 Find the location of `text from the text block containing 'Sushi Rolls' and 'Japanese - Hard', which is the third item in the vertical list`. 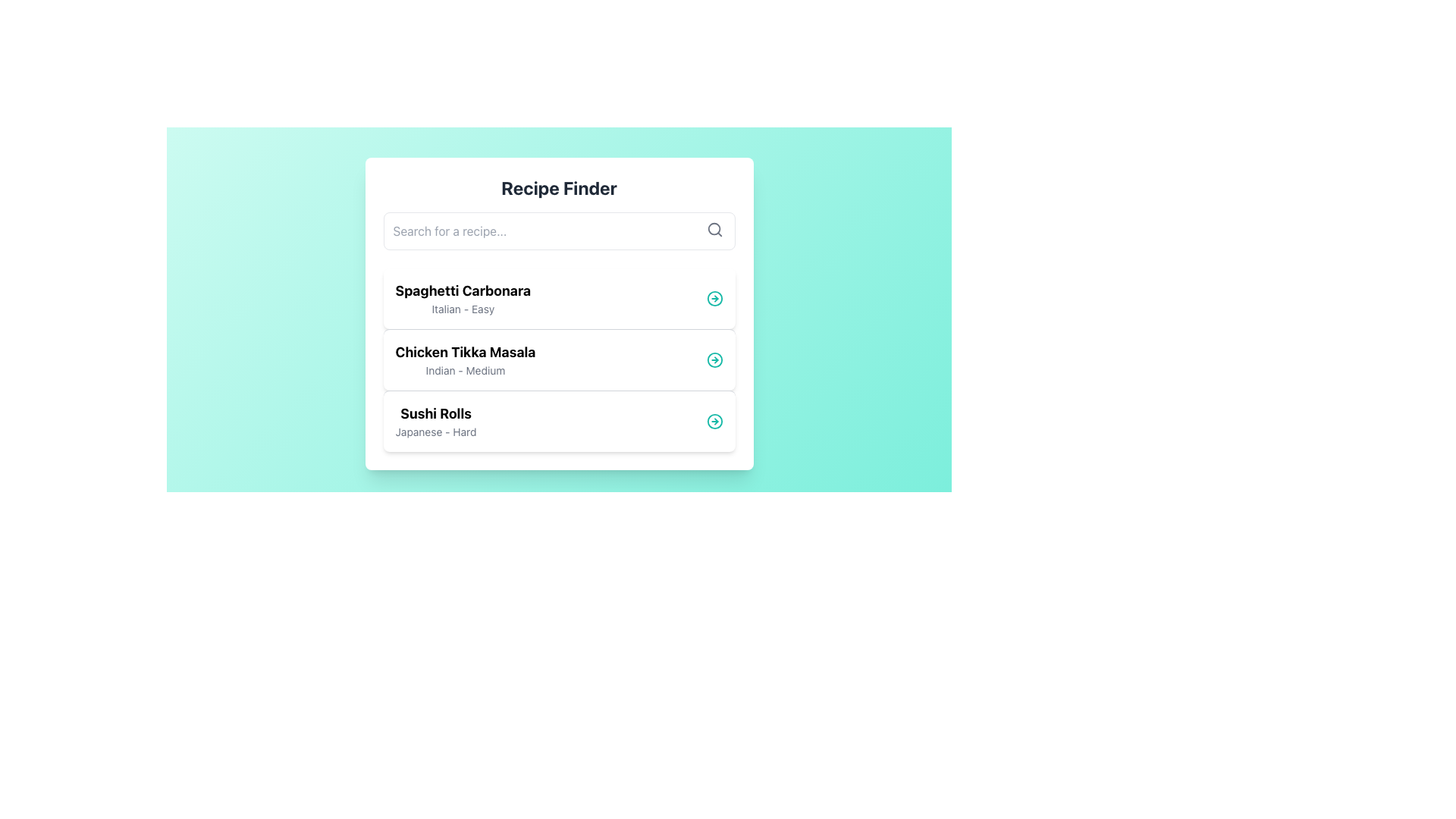

text from the text block containing 'Sushi Rolls' and 'Japanese - Hard', which is the third item in the vertical list is located at coordinates (435, 421).